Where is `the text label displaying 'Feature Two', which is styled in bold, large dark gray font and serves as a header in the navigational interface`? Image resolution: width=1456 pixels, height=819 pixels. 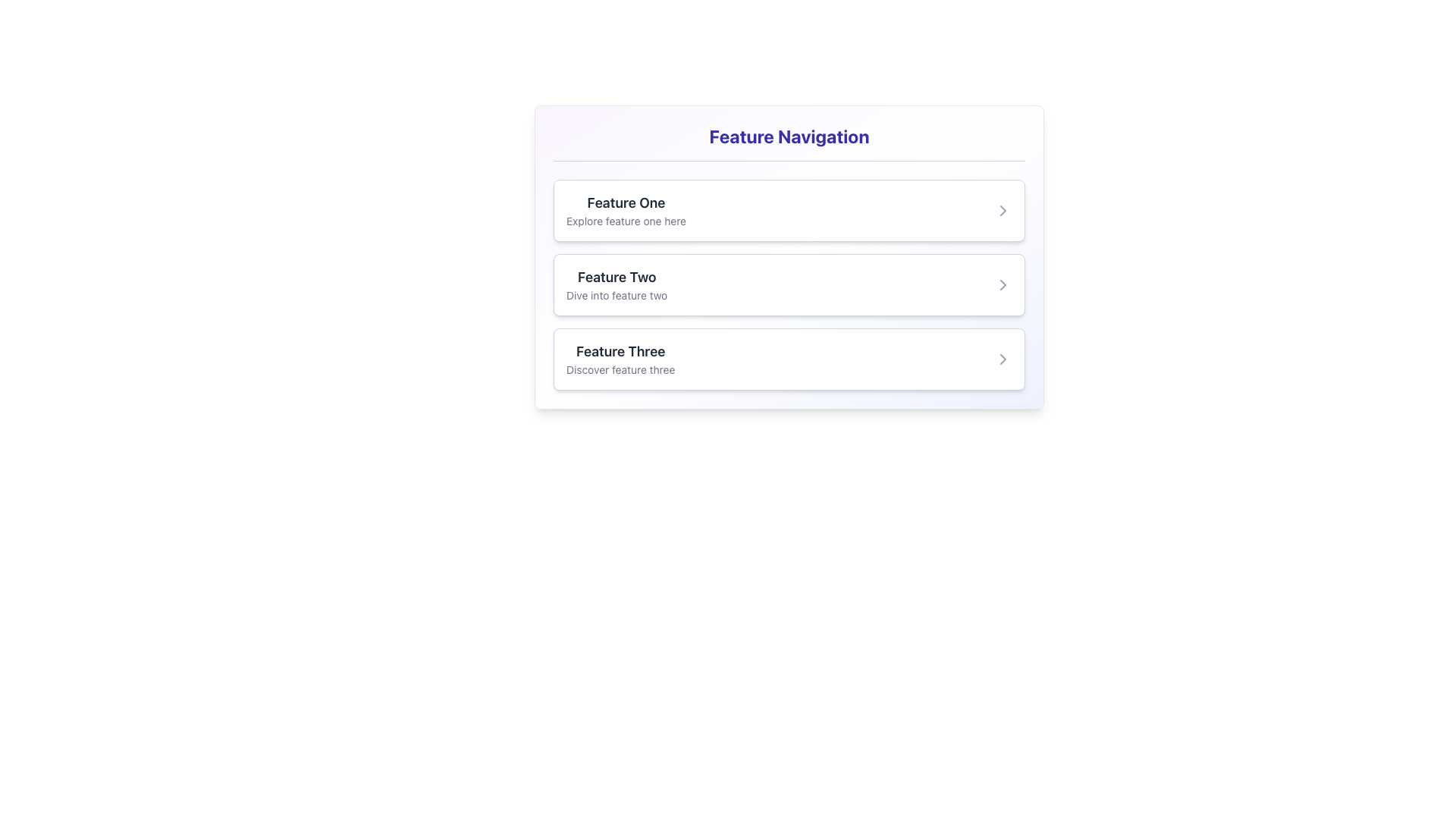 the text label displaying 'Feature Two', which is styled in bold, large dark gray font and serves as a header in the navigational interface is located at coordinates (617, 278).